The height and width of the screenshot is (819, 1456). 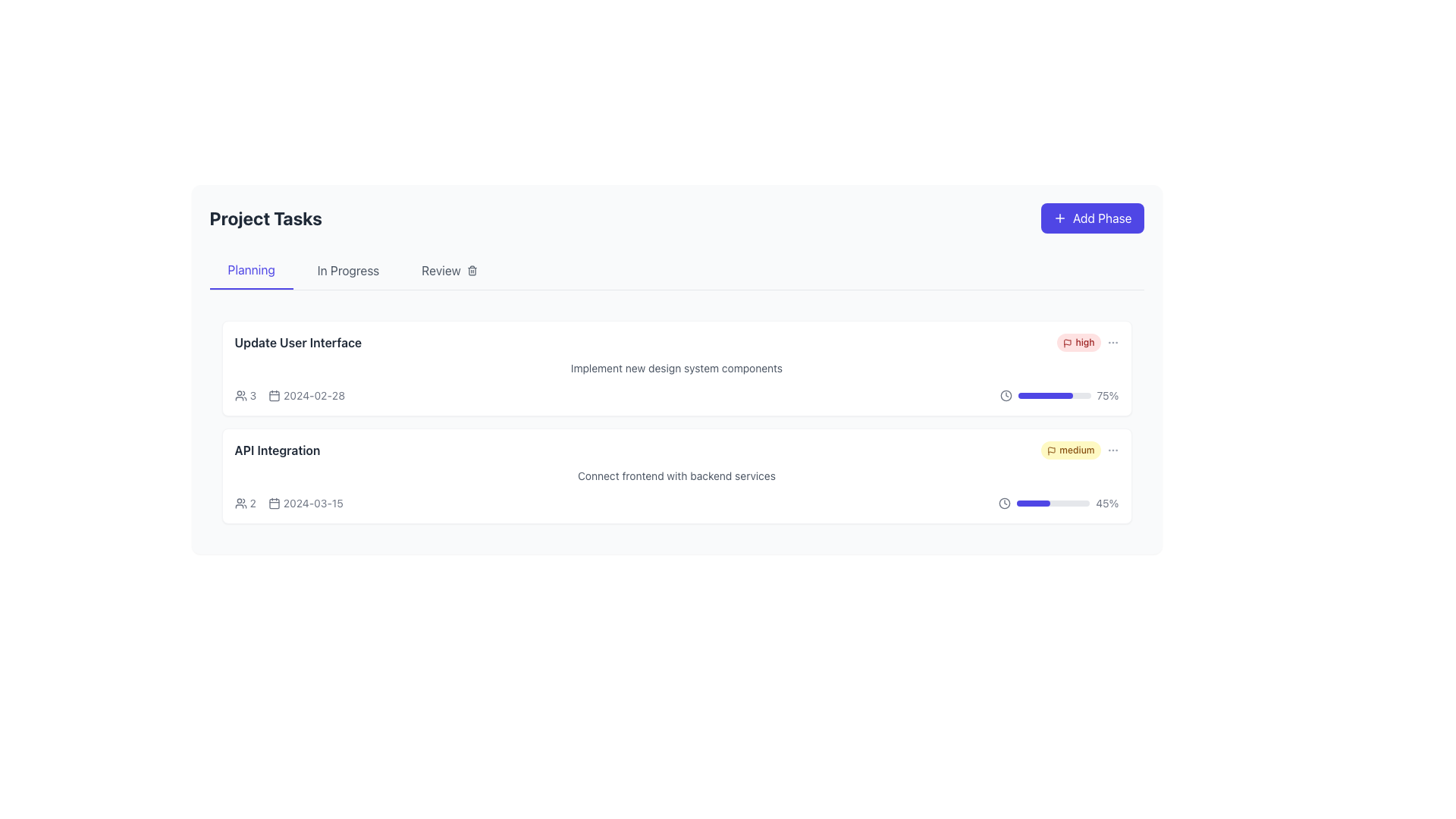 What do you see at coordinates (274, 503) in the screenshot?
I see `the calendar icon located to the left of the date '2024-03-15' in the task labeled 'API Integration' for more details about the date or task` at bounding box center [274, 503].